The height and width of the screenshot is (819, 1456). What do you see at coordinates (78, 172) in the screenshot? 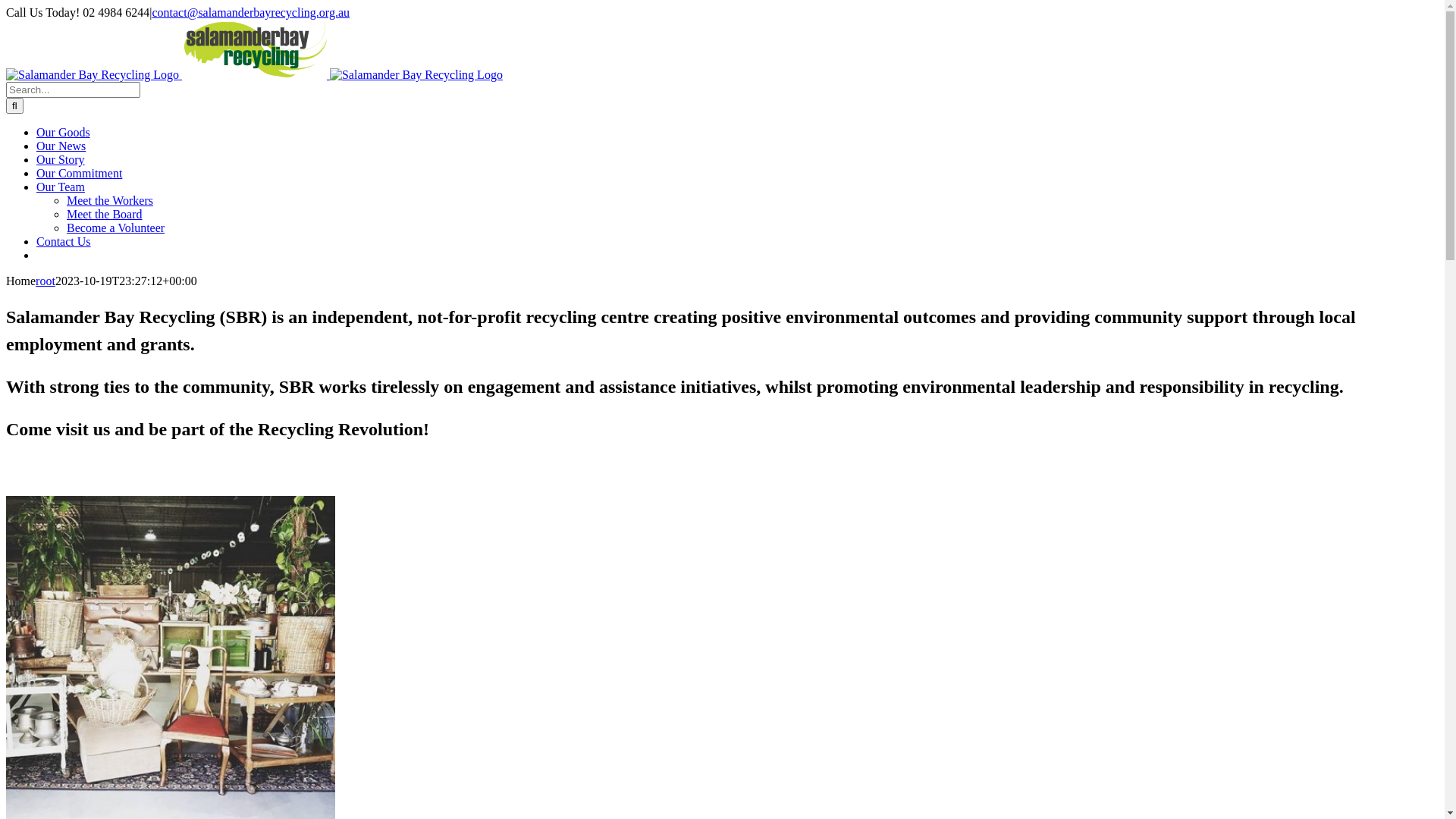
I see `'Our Commitment'` at bounding box center [78, 172].